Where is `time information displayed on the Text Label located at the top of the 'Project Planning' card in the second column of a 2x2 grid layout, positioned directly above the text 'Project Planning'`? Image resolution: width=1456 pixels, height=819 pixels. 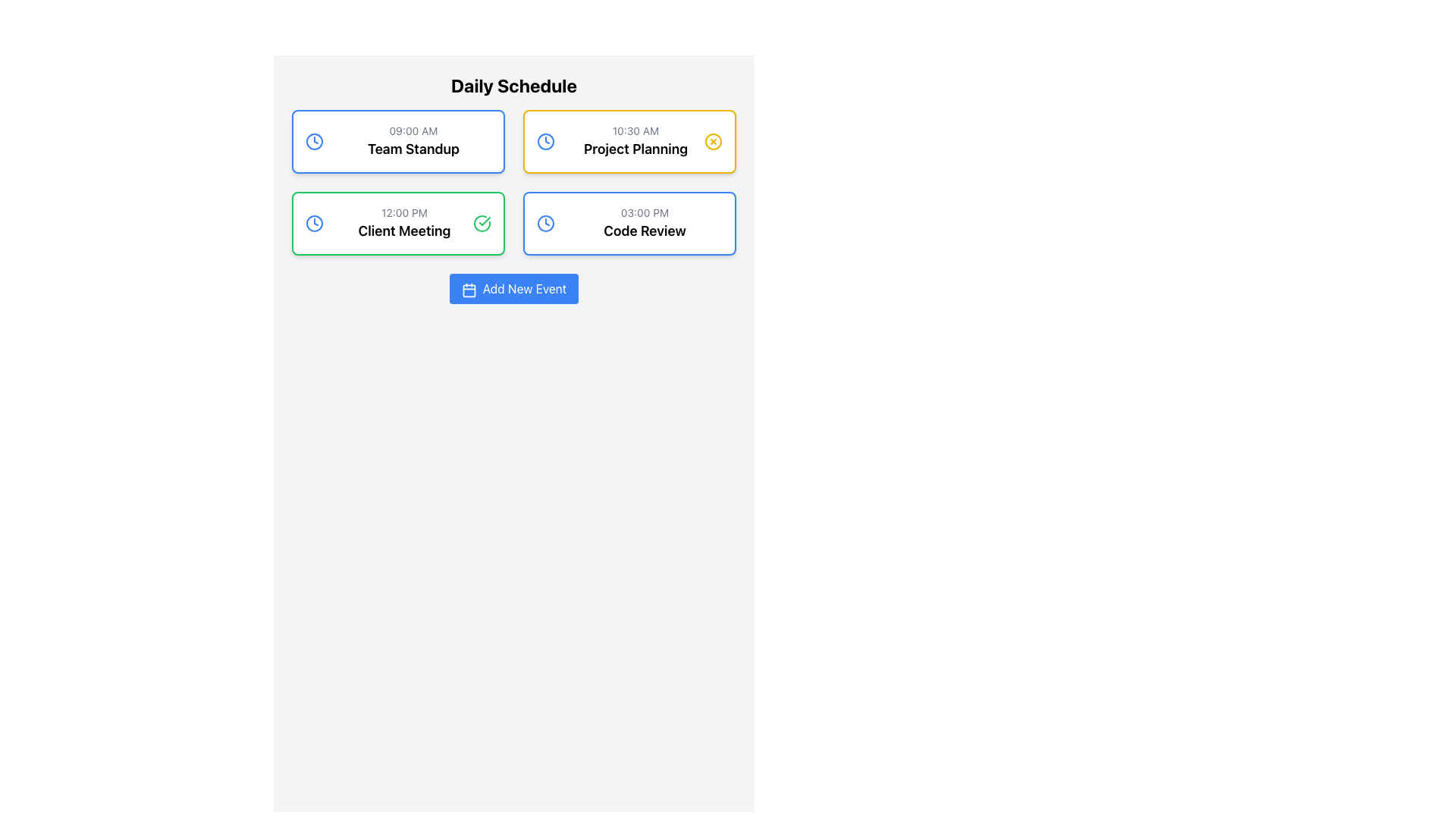
time information displayed on the Text Label located at the top of the 'Project Planning' card in the second column of a 2x2 grid layout, positioned directly above the text 'Project Planning' is located at coordinates (635, 130).